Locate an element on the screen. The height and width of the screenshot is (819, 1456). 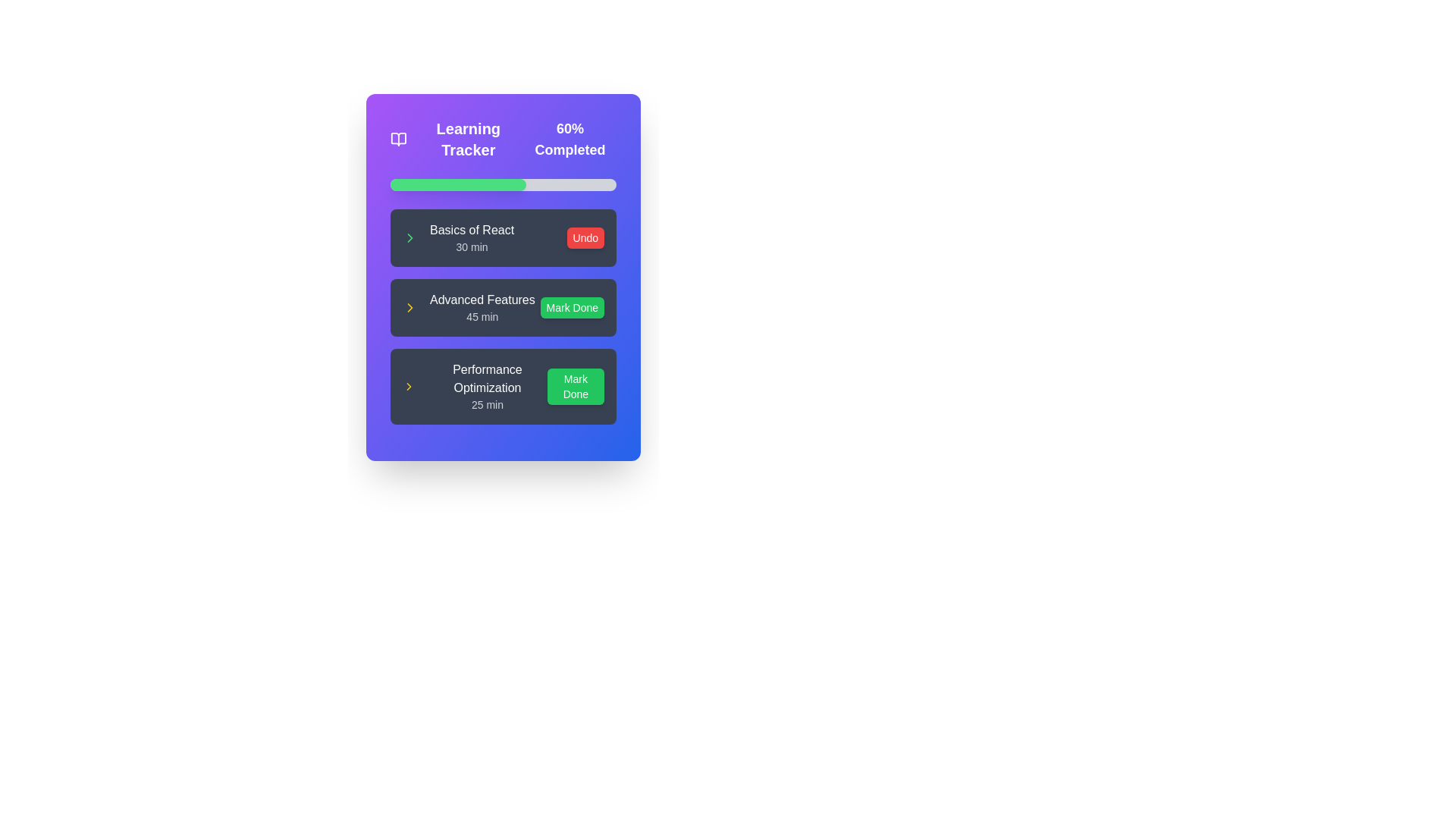
the Text Label element displaying 'Basics of React', which is bold and white against a dark background, located in the first section under 'Learning Tracker' is located at coordinates (471, 231).